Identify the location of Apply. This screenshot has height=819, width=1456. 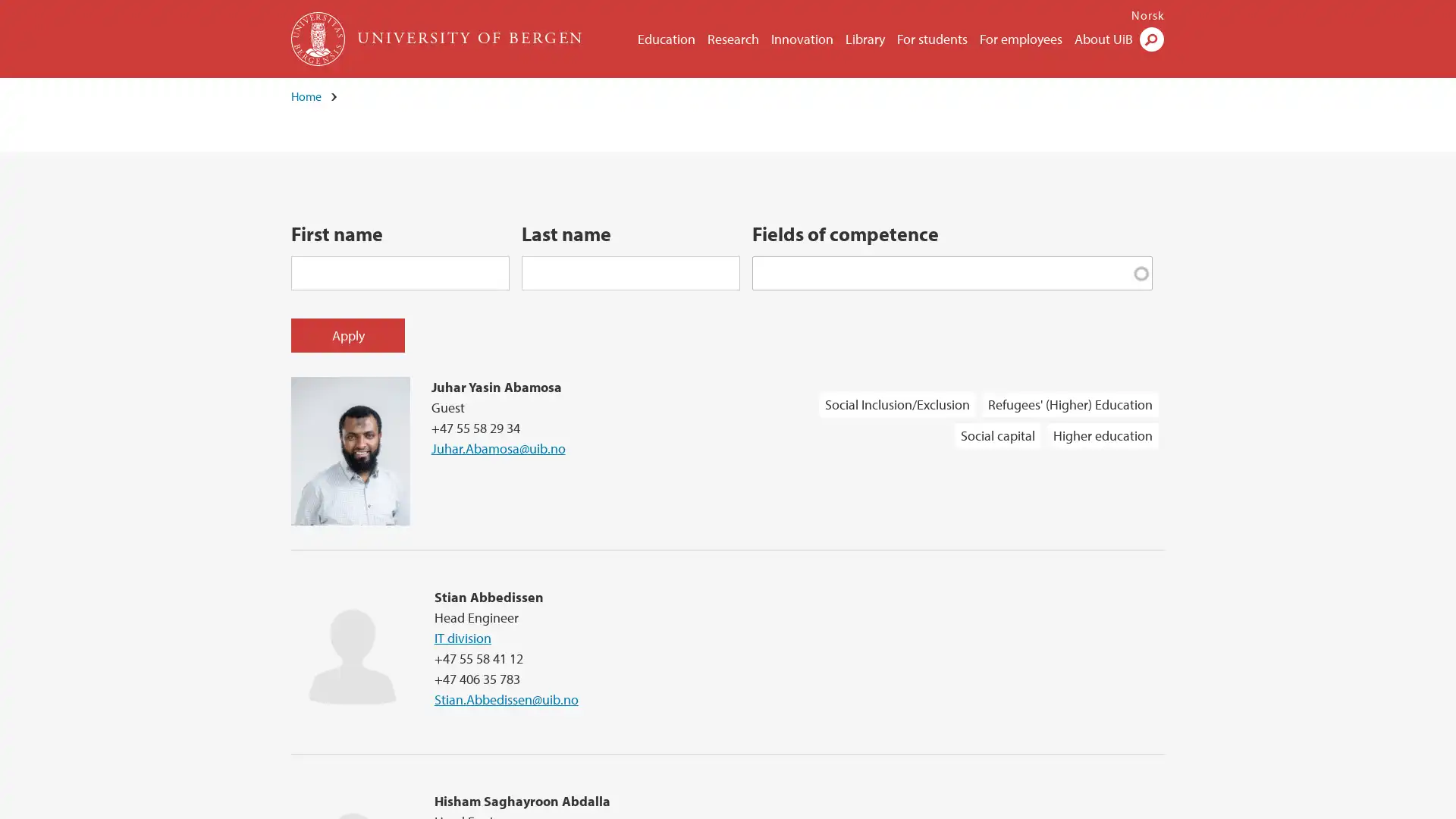
(347, 334).